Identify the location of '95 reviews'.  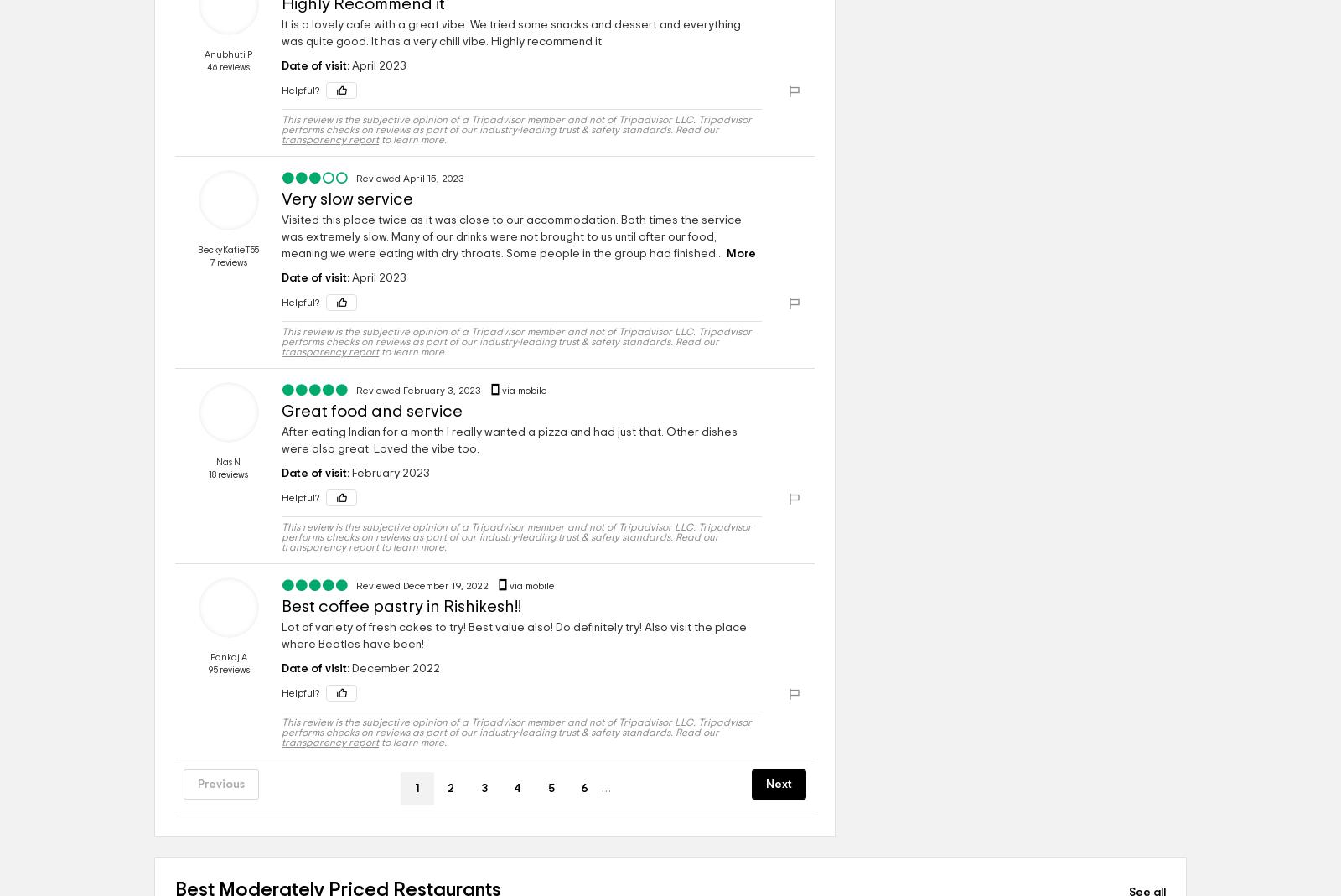
(207, 670).